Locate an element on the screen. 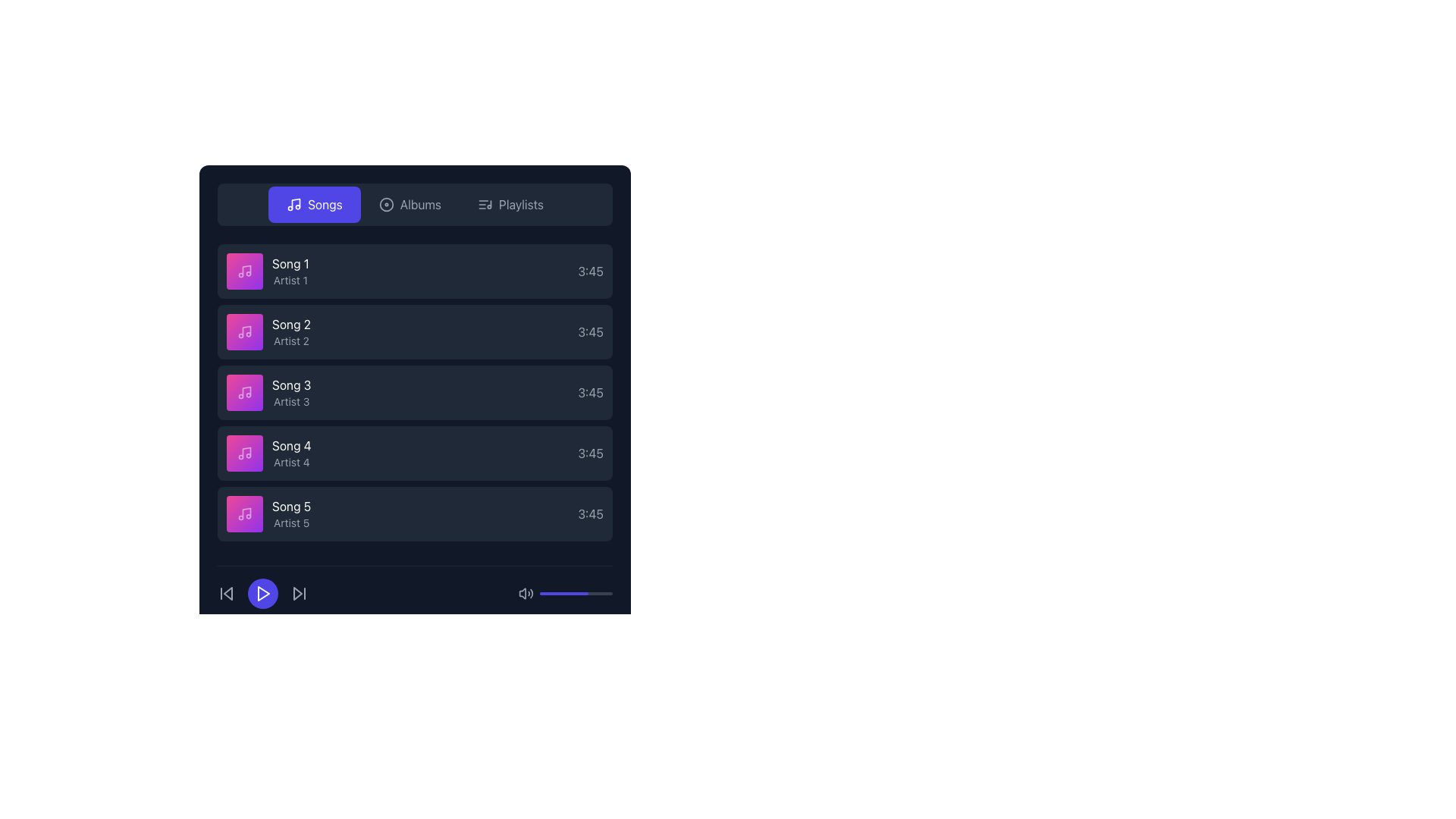 The width and height of the screenshot is (1456, 819). the 'Albums' button in the navigation bar, which features the text 'Albums' and a disc icon is located at coordinates (409, 205).